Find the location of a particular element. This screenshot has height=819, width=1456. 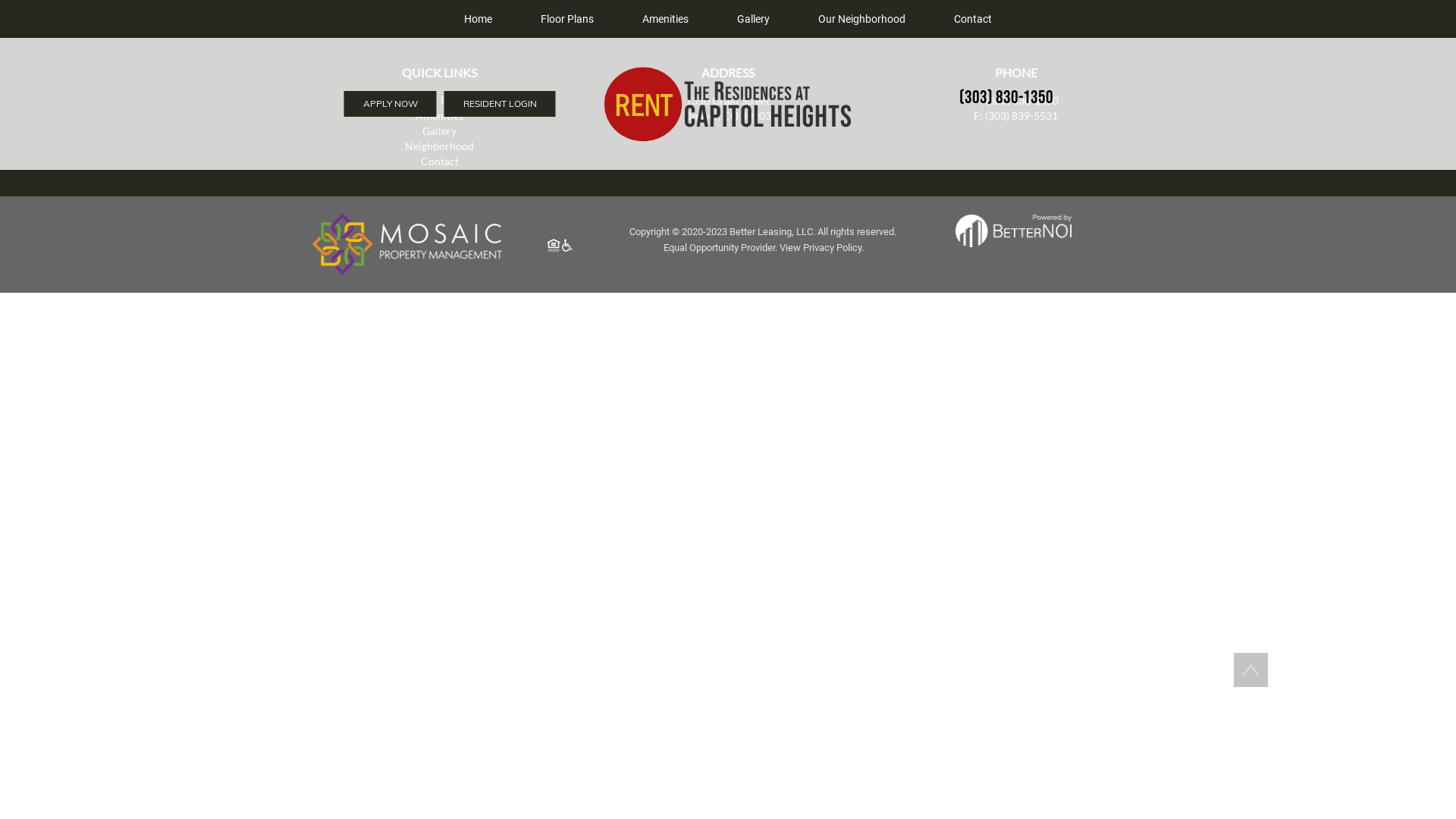

'Back to top' is located at coordinates (1250, 669).